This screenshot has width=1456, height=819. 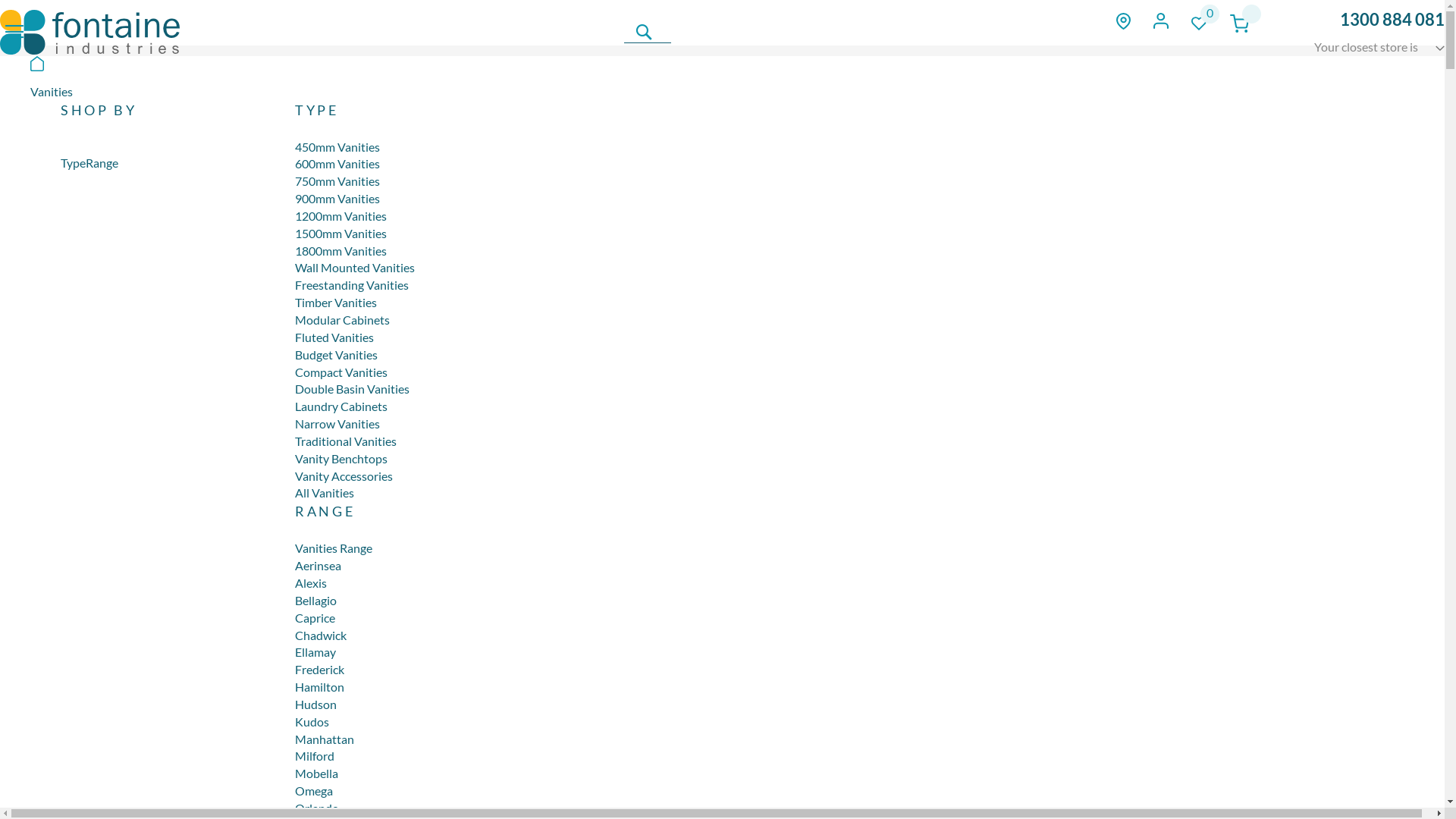 What do you see at coordinates (1123, 20) in the screenshot?
I see `'location'` at bounding box center [1123, 20].